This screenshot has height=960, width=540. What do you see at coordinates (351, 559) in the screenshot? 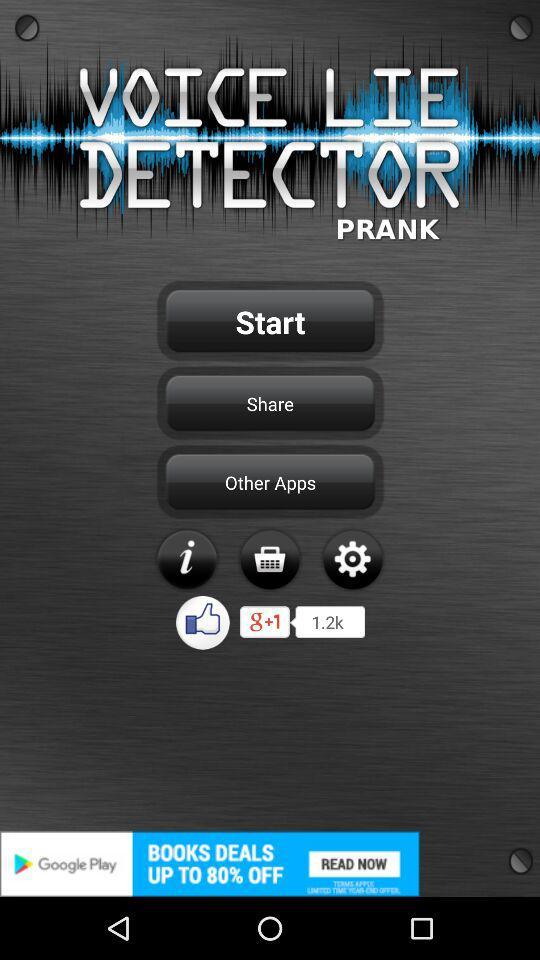
I see `setting` at bounding box center [351, 559].